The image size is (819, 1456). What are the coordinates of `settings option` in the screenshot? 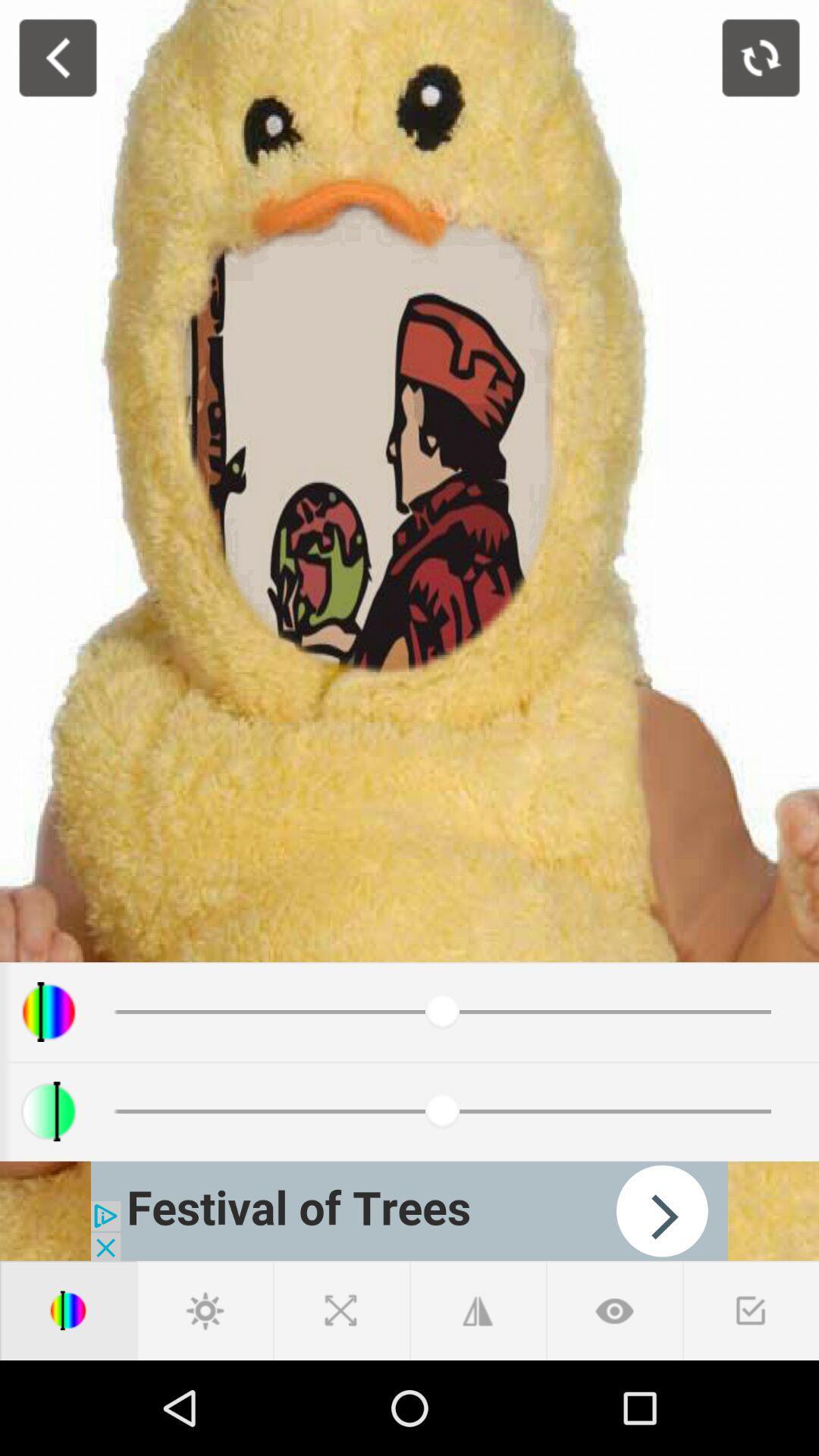 It's located at (205, 1310).